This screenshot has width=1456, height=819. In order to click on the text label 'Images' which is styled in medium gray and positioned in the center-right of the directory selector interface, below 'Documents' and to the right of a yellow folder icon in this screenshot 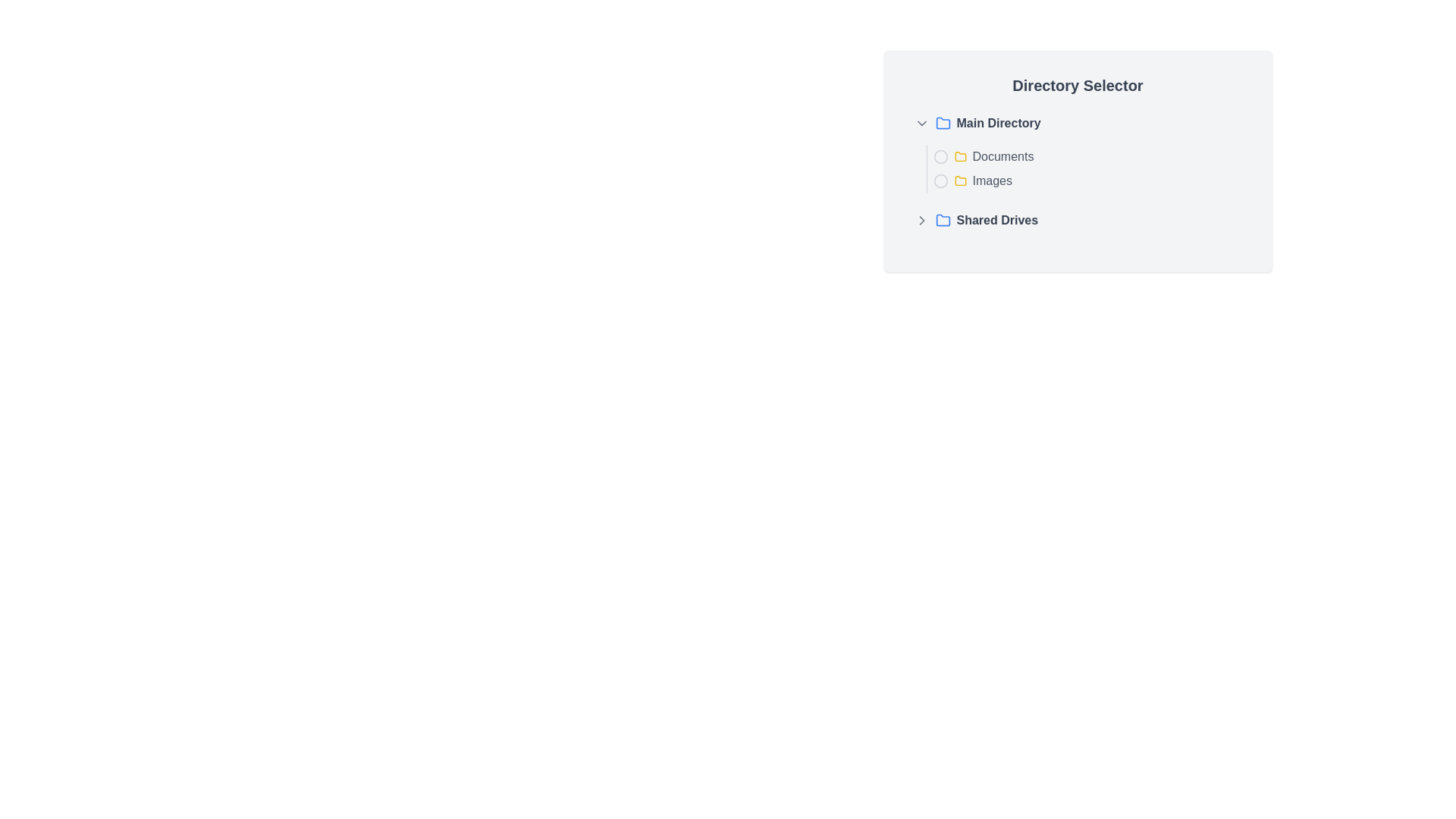, I will do `click(992, 180)`.